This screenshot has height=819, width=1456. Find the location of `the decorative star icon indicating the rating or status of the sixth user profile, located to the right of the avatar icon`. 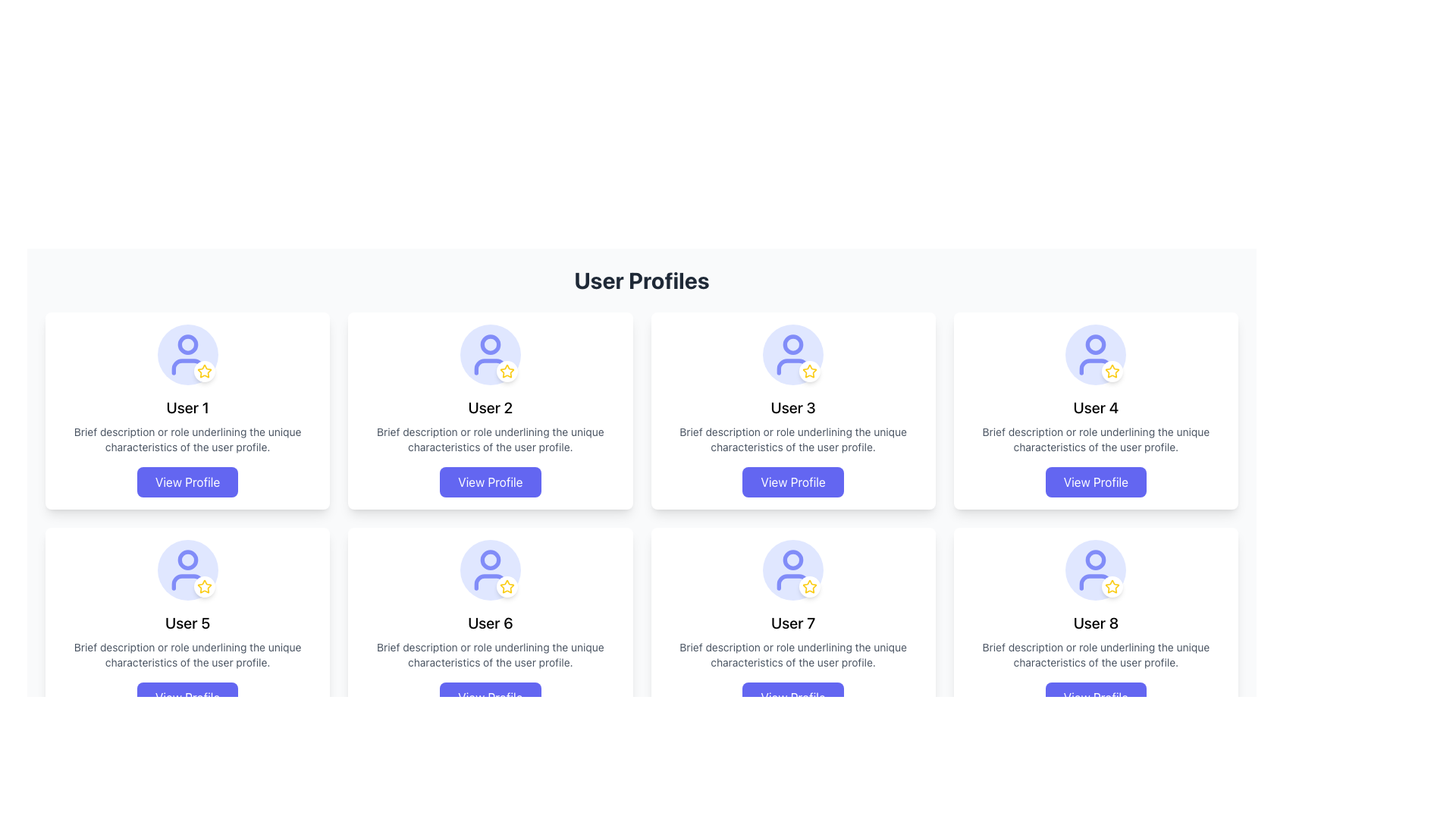

the decorative star icon indicating the rating or status of the sixth user profile, located to the right of the avatar icon is located at coordinates (507, 585).